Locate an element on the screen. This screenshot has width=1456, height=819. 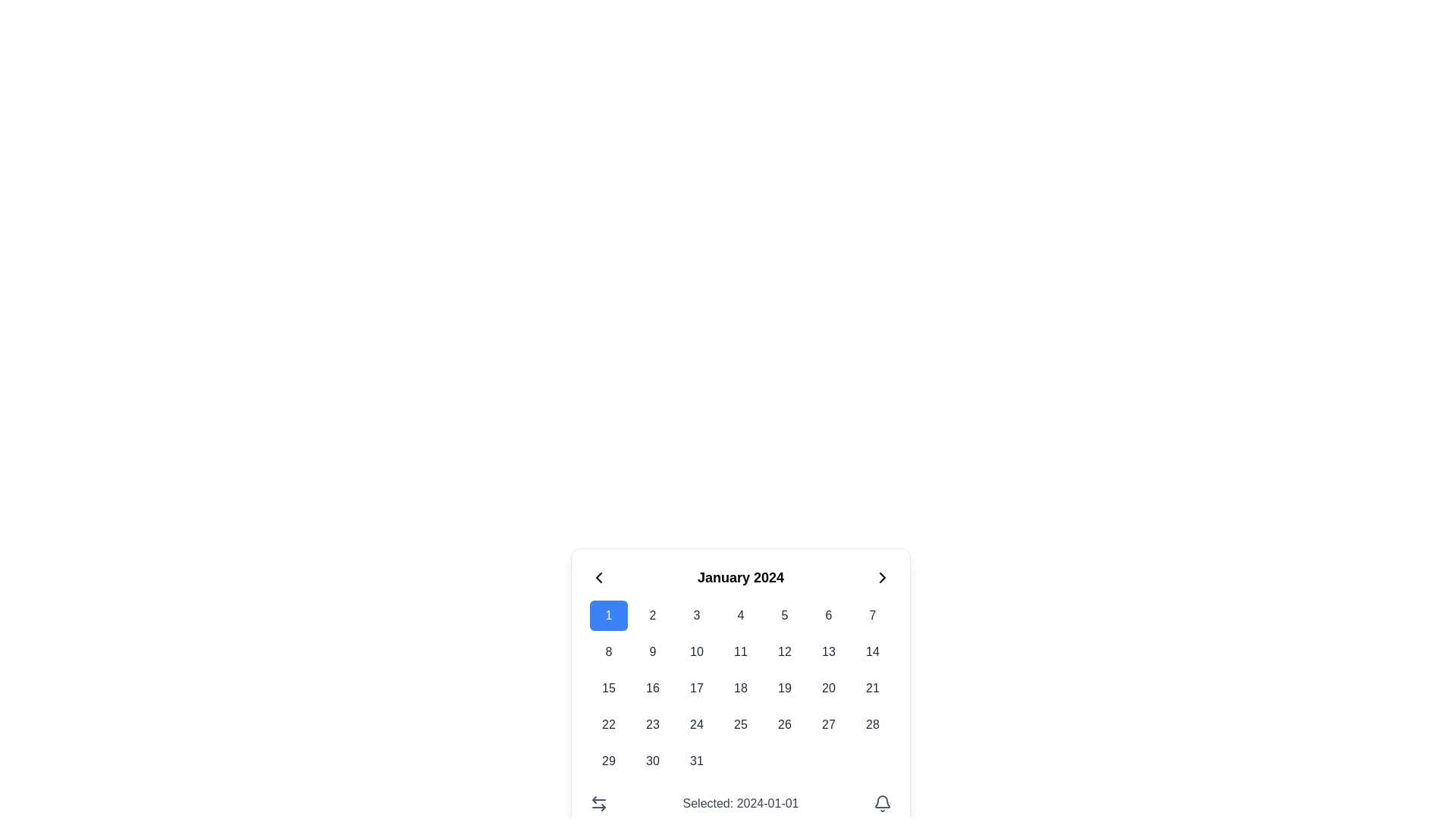
the date '2' button in the calendar interface is located at coordinates (652, 616).